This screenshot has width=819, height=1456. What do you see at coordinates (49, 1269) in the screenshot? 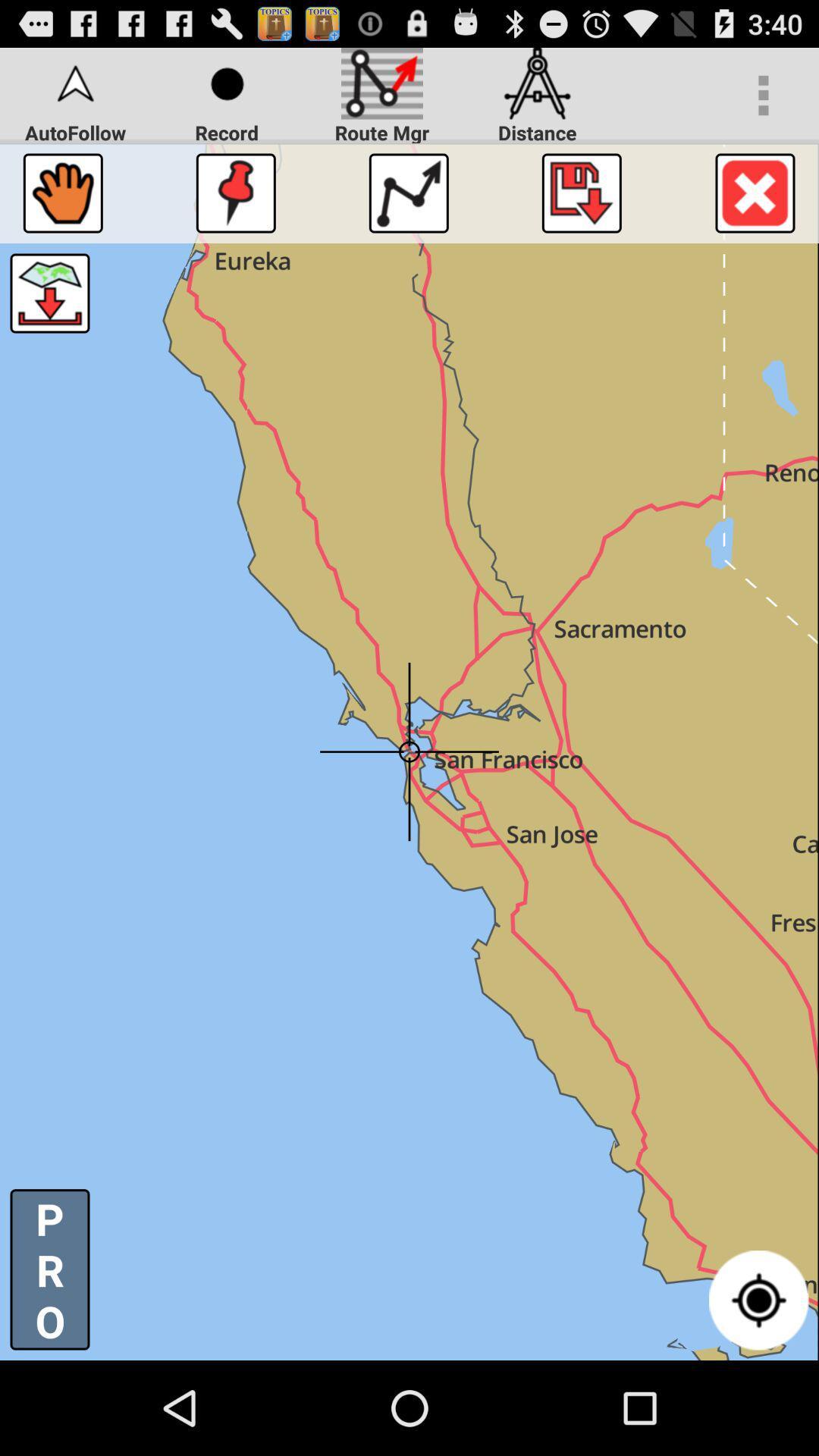
I see `the p` at bounding box center [49, 1269].